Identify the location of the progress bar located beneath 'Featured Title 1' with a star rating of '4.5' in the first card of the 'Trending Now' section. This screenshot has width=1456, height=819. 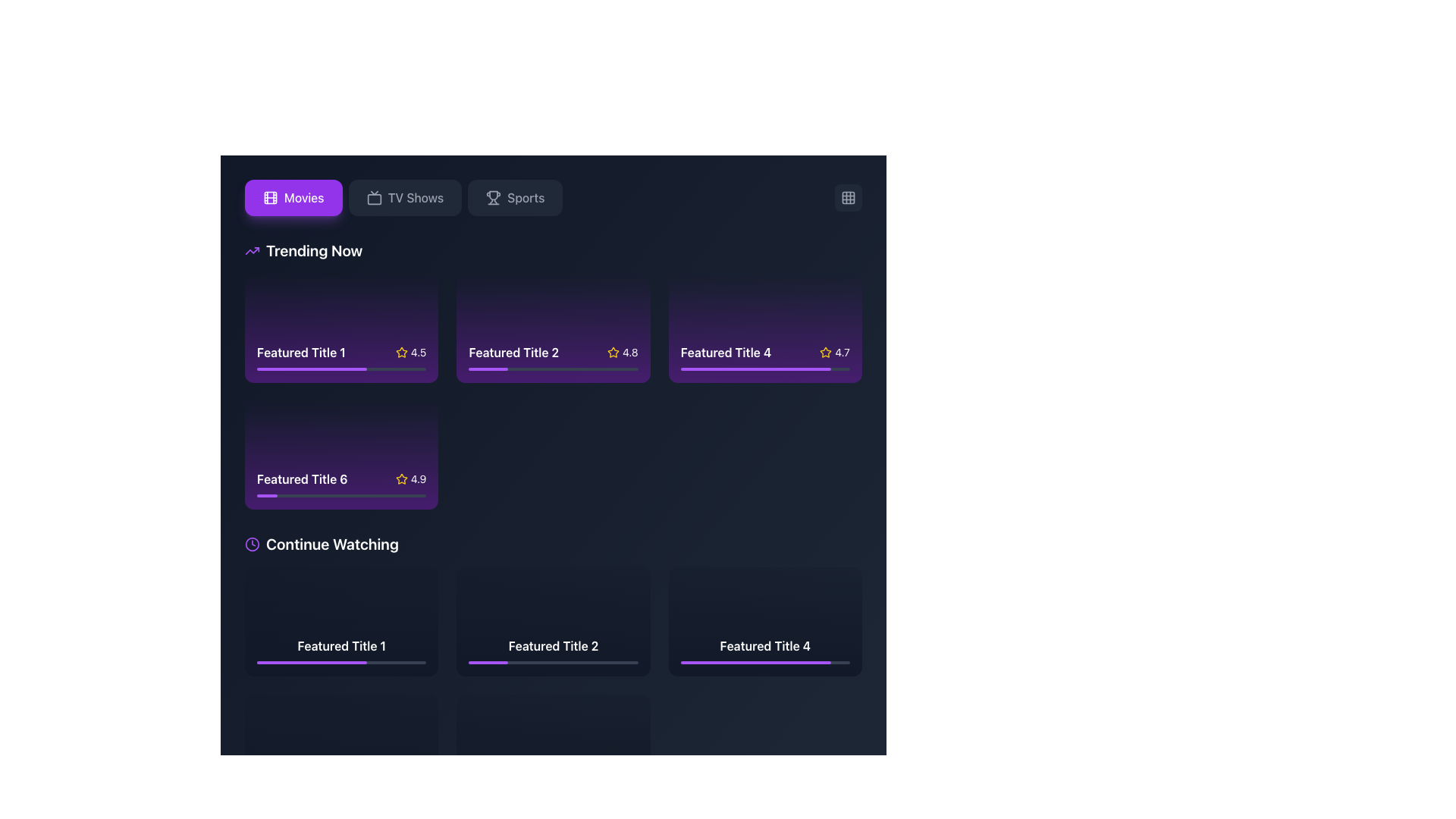
(340, 369).